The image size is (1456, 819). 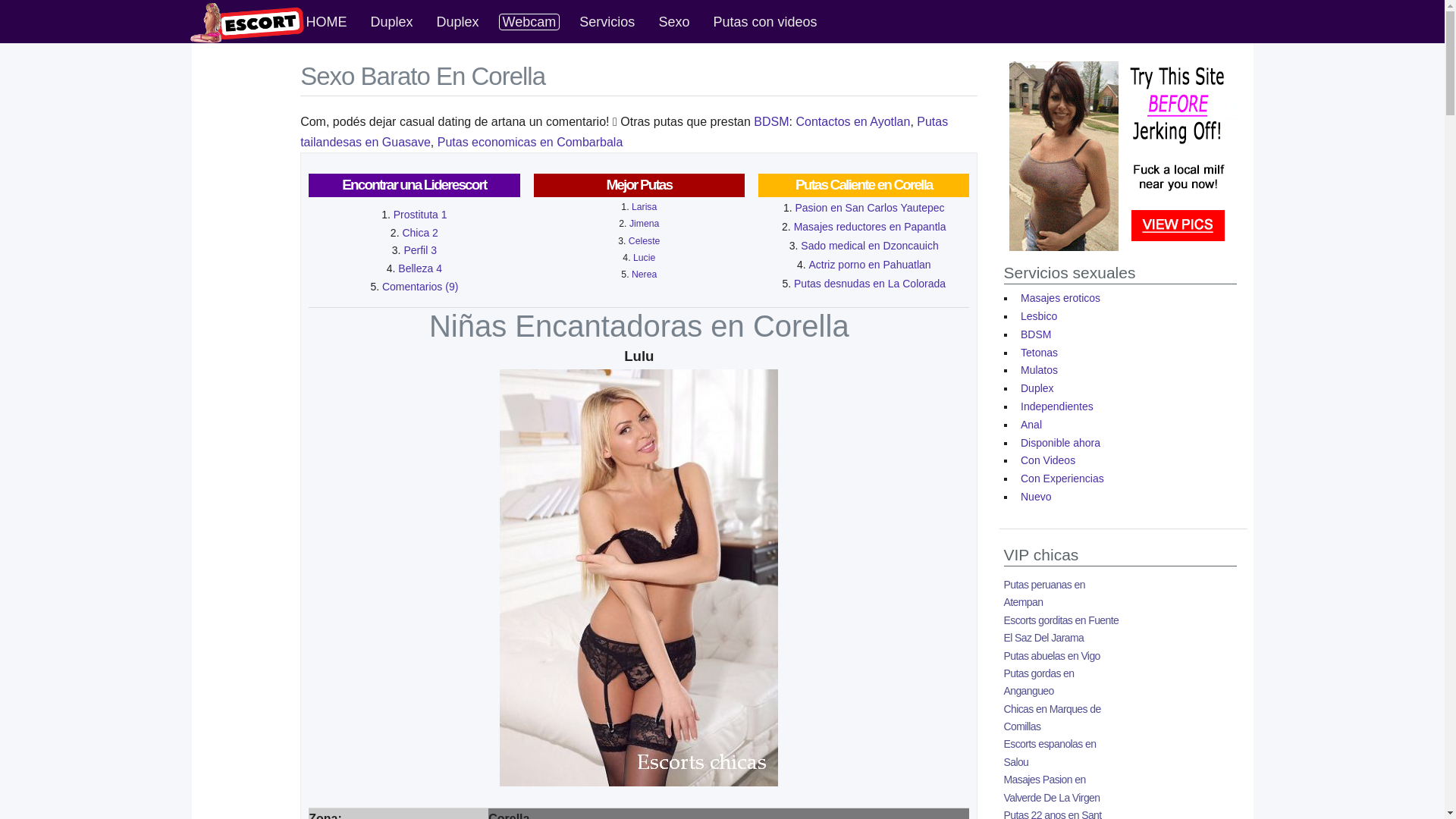 I want to click on 'Duplex', so click(x=367, y=22).